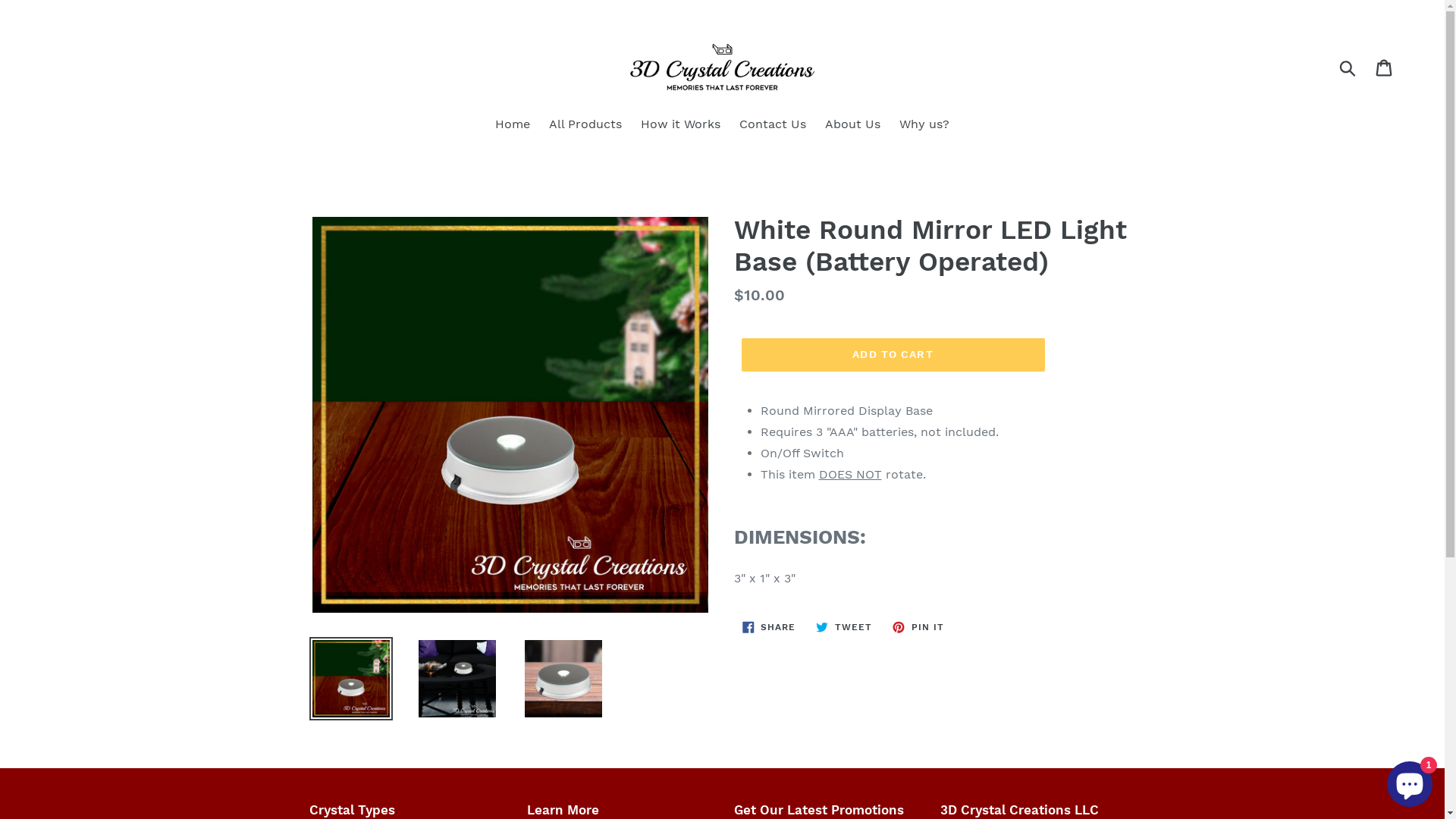 Image resolution: width=1456 pixels, height=819 pixels. Describe the element at coordinates (769, 626) in the screenshot. I see `'SHARE` at that location.